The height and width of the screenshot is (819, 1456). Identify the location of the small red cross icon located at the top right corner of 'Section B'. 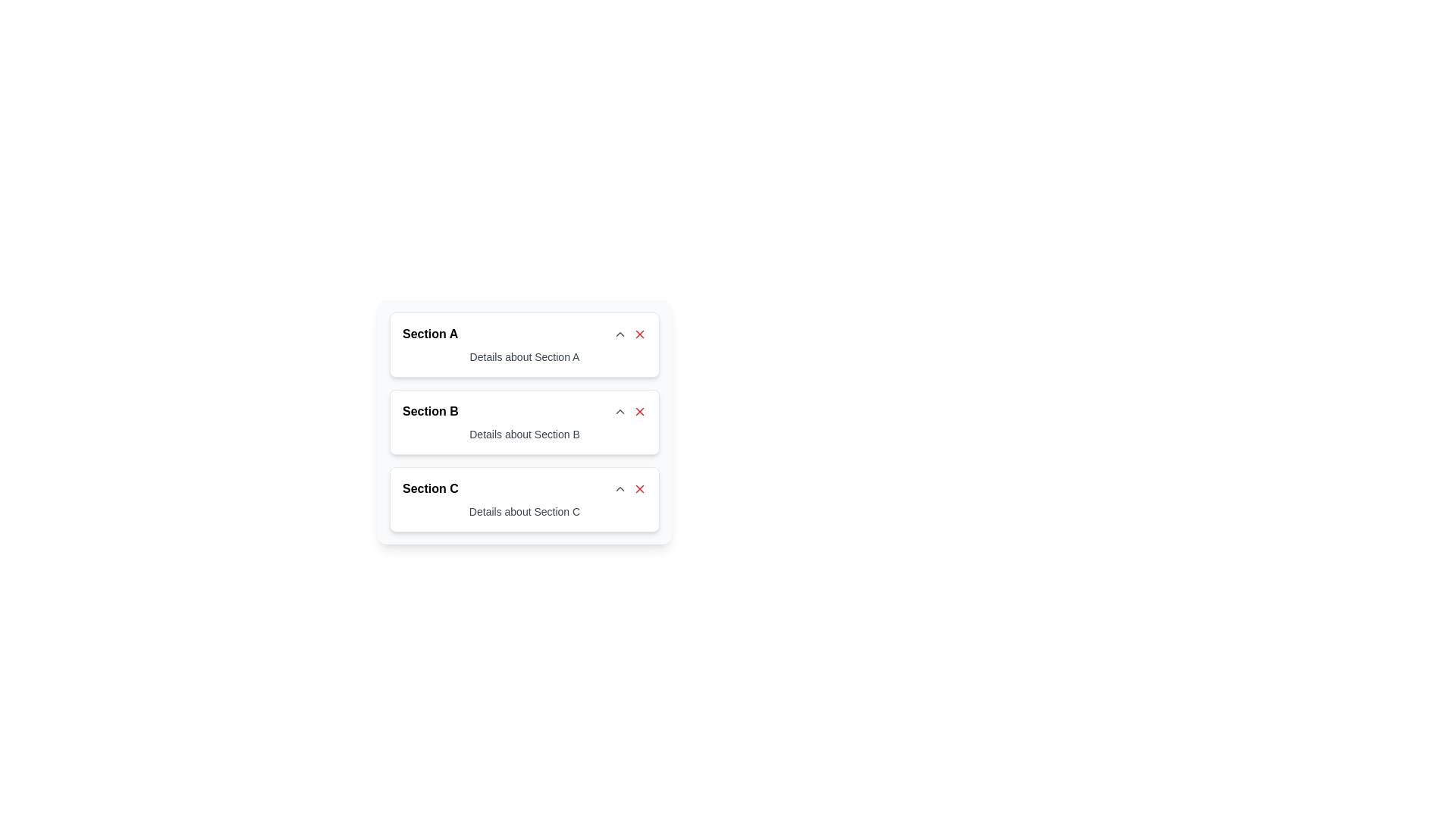
(640, 412).